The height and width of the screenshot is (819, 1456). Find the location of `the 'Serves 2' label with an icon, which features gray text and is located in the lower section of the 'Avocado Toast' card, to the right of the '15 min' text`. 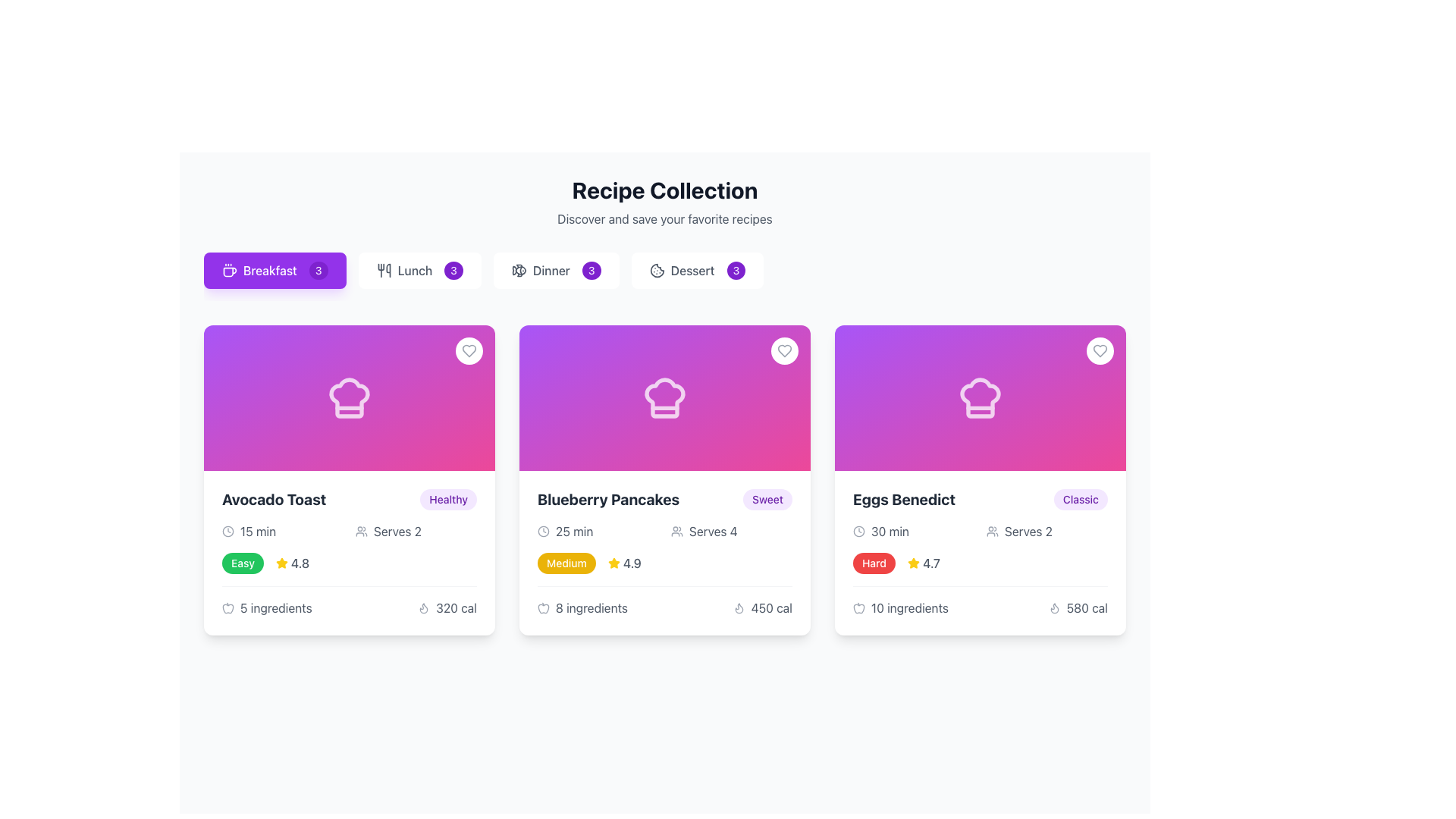

the 'Serves 2' label with an icon, which features gray text and is located in the lower section of the 'Avocado Toast' card, to the right of the '15 min' text is located at coordinates (416, 531).